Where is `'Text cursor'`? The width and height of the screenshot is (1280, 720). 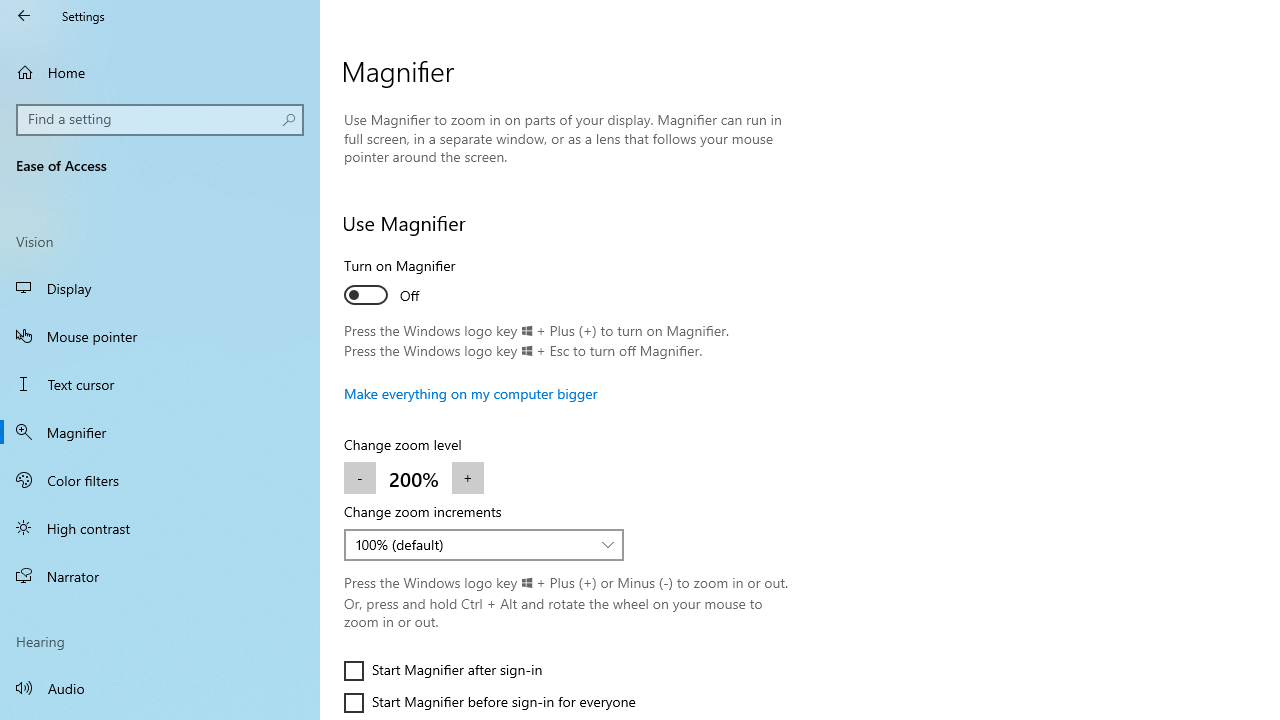
'Text cursor' is located at coordinates (160, 384).